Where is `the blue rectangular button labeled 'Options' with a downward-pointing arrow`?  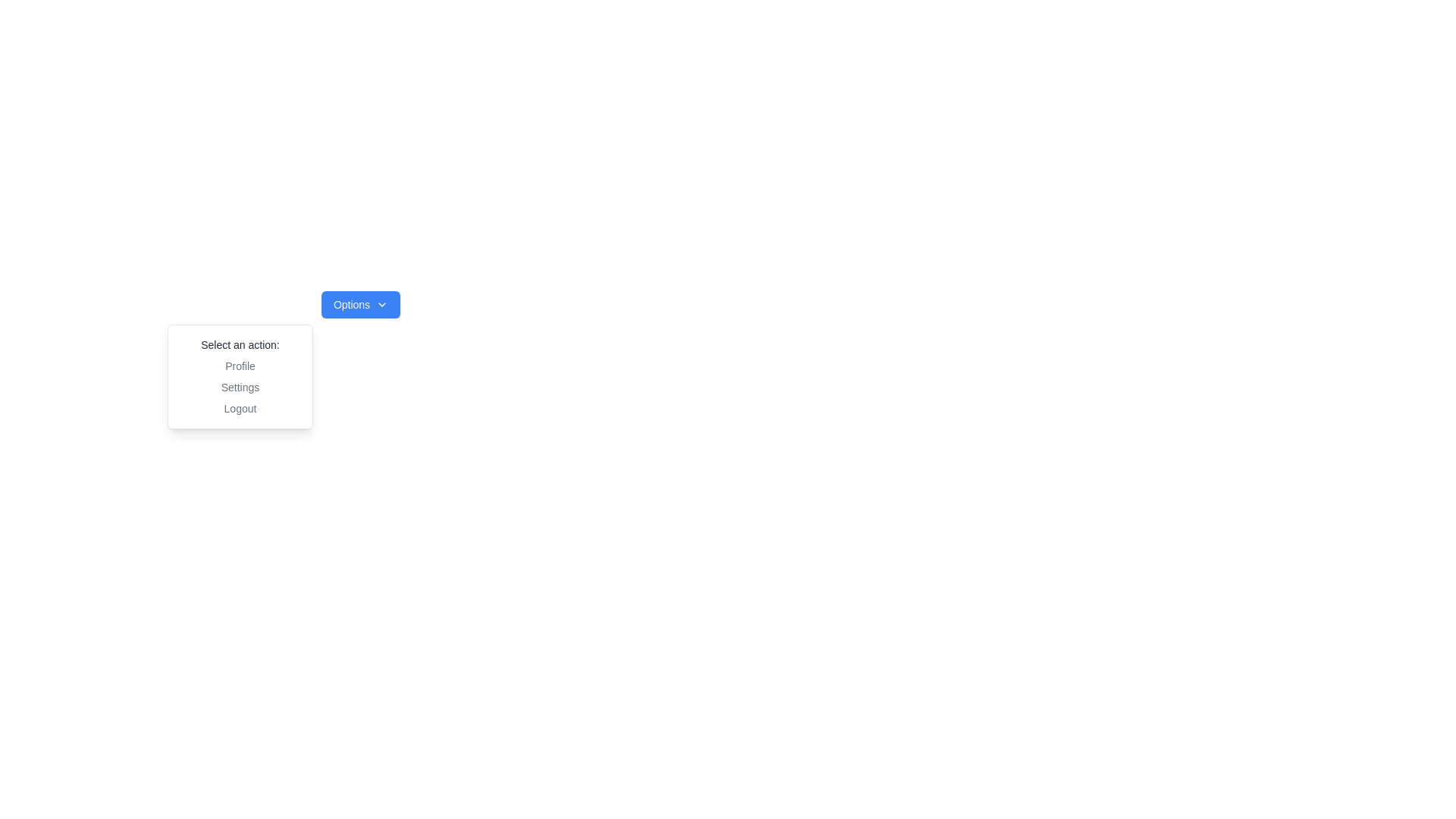 the blue rectangular button labeled 'Options' with a downward-pointing arrow is located at coordinates (359, 304).